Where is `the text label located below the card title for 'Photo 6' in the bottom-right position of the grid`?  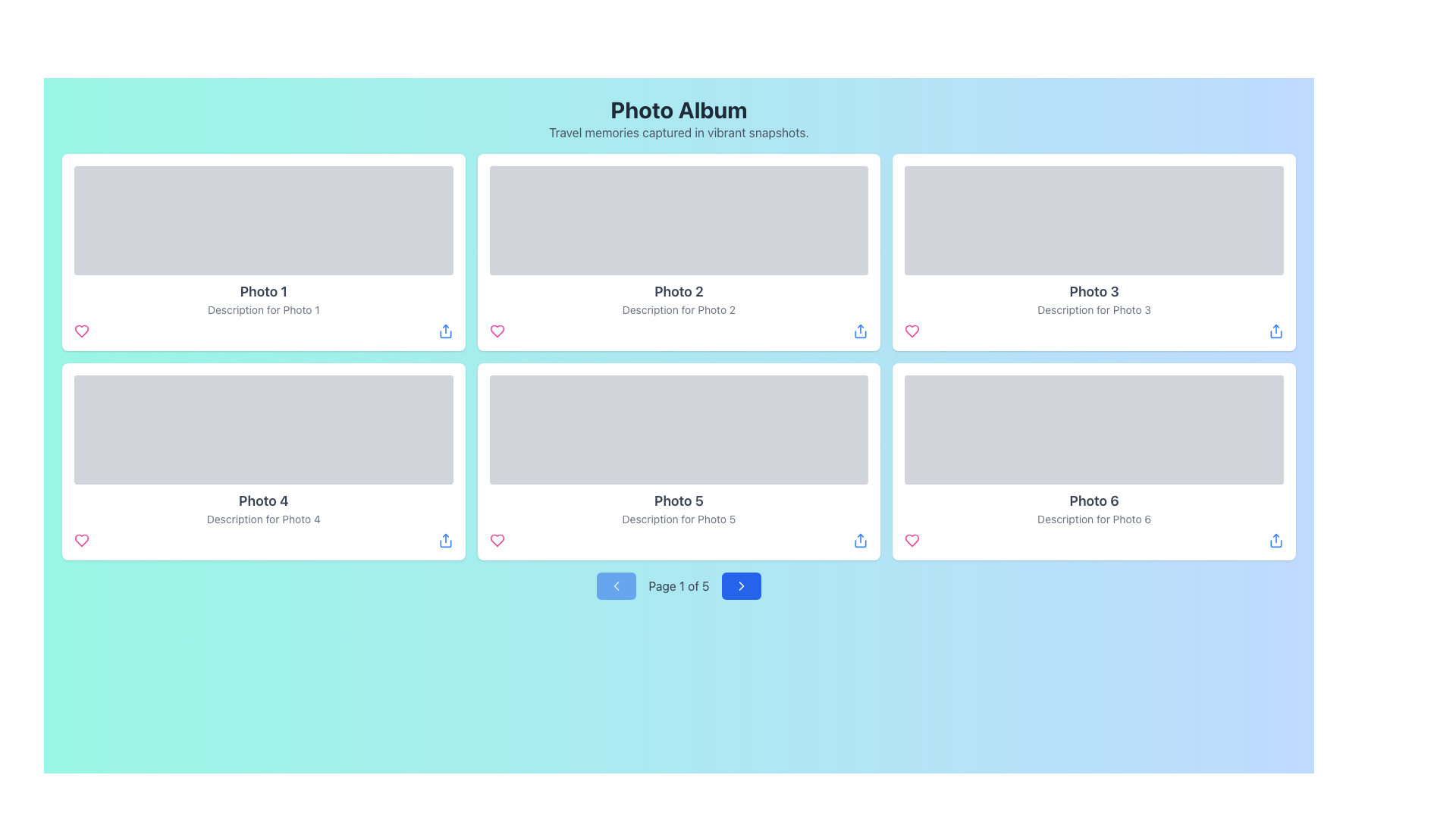
the text label located below the card title for 'Photo 6' in the bottom-right position of the grid is located at coordinates (1094, 519).